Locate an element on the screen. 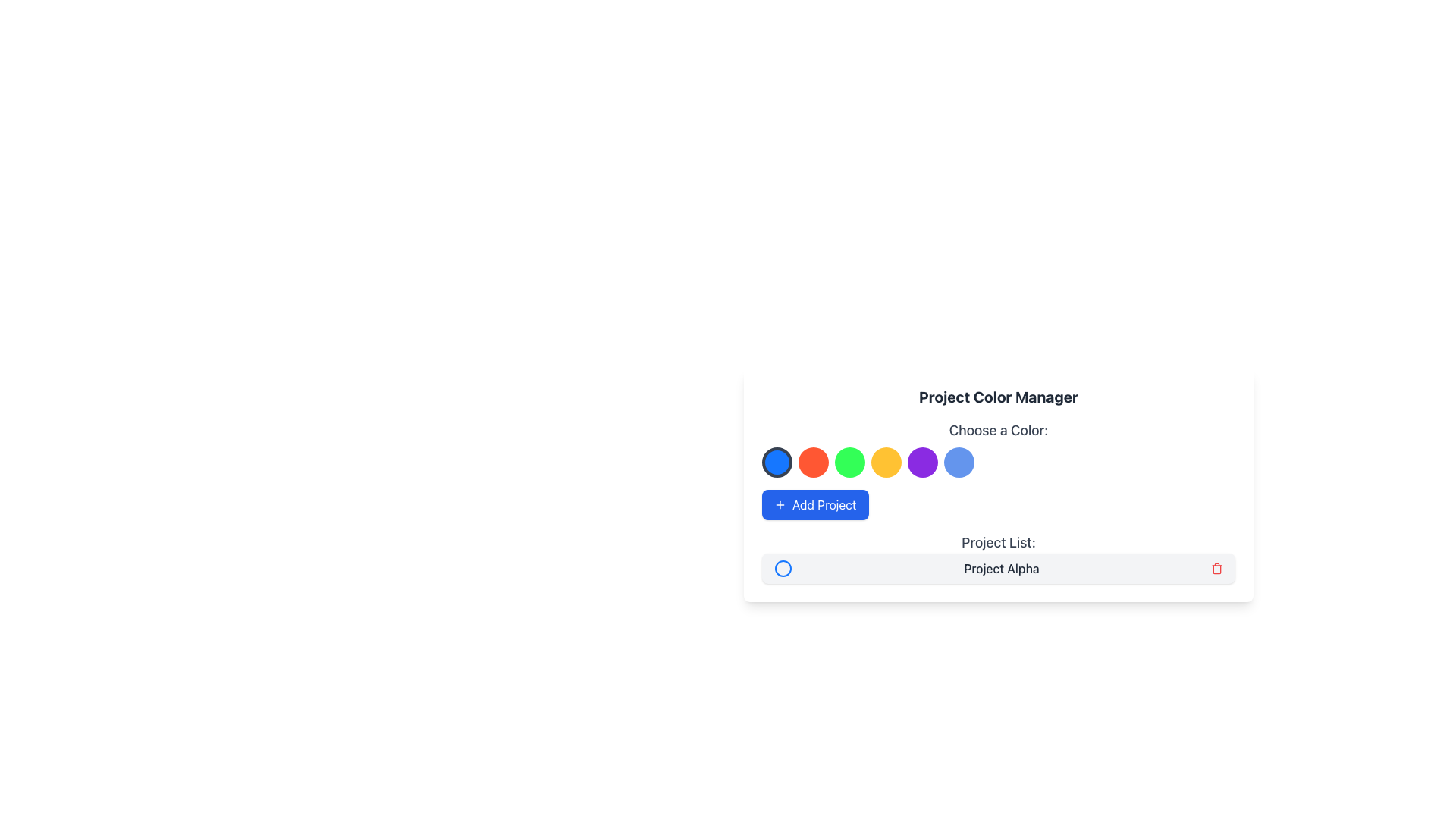  the first circular button with a vibrant blue fill and dark gray border in the 'Choose a Color' section is located at coordinates (777, 461).